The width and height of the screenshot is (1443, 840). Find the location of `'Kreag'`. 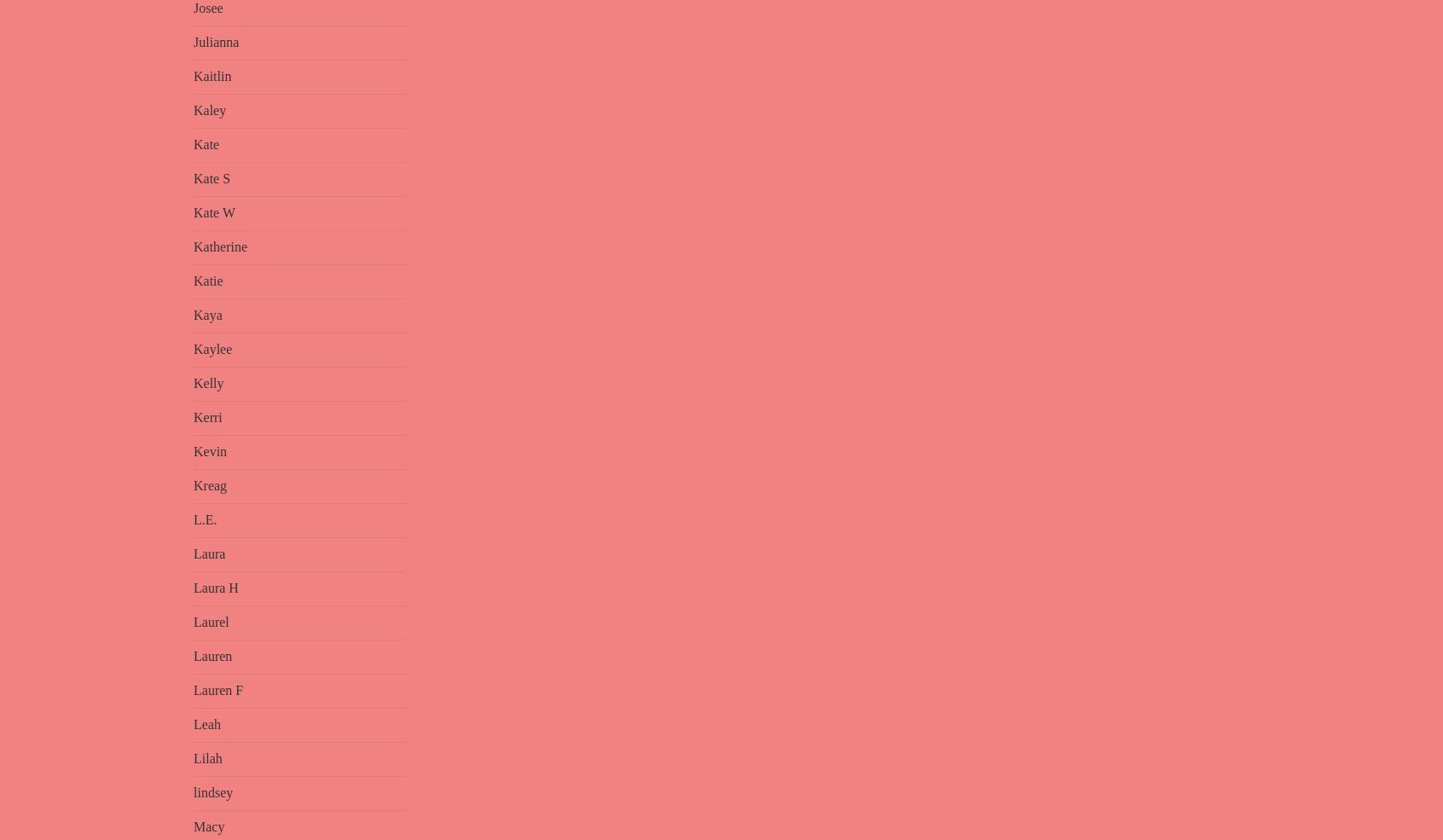

'Kreag' is located at coordinates (210, 485).